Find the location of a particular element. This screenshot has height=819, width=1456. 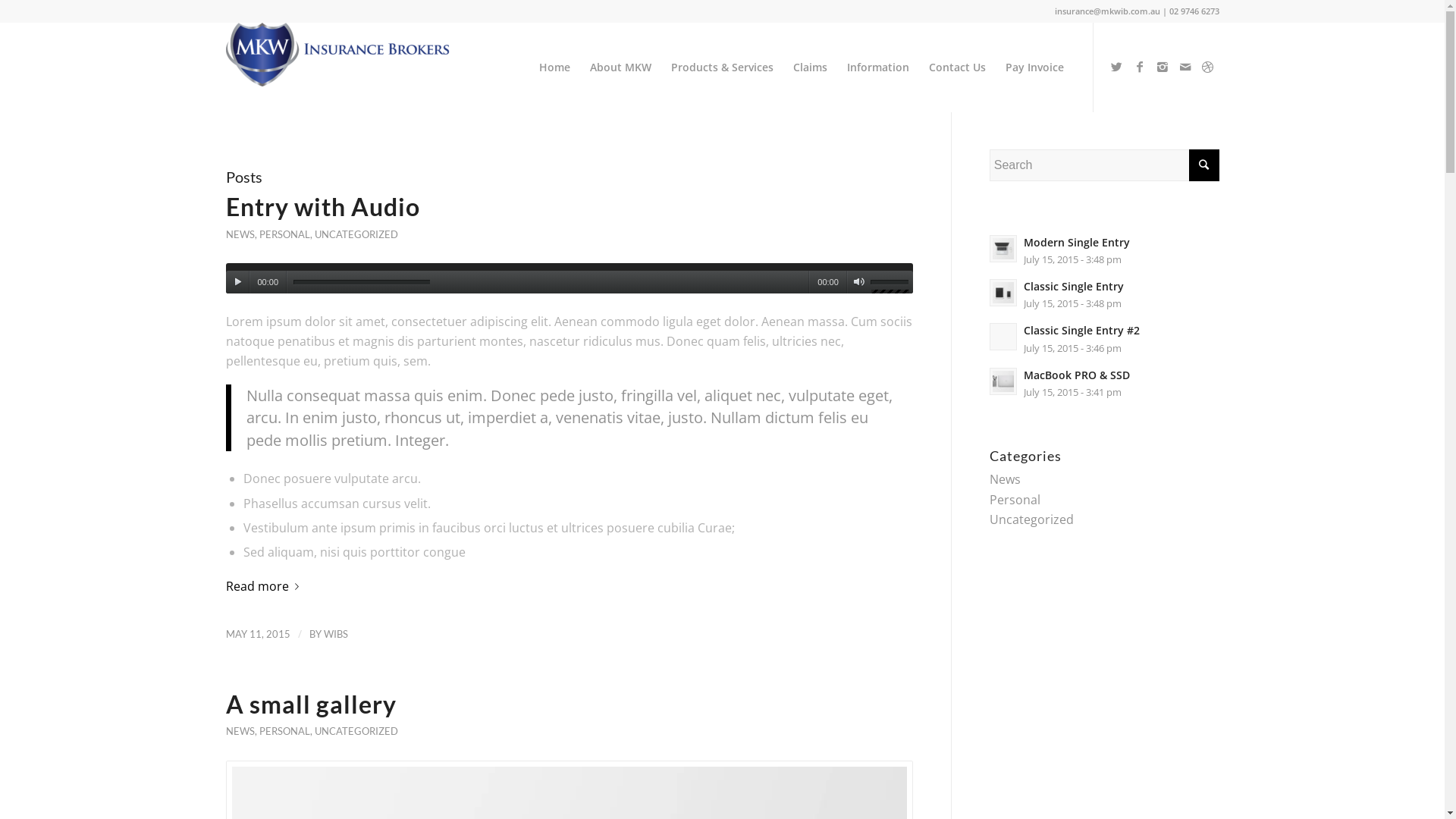

'Pay Invoice' is located at coordinates (1033, 66).